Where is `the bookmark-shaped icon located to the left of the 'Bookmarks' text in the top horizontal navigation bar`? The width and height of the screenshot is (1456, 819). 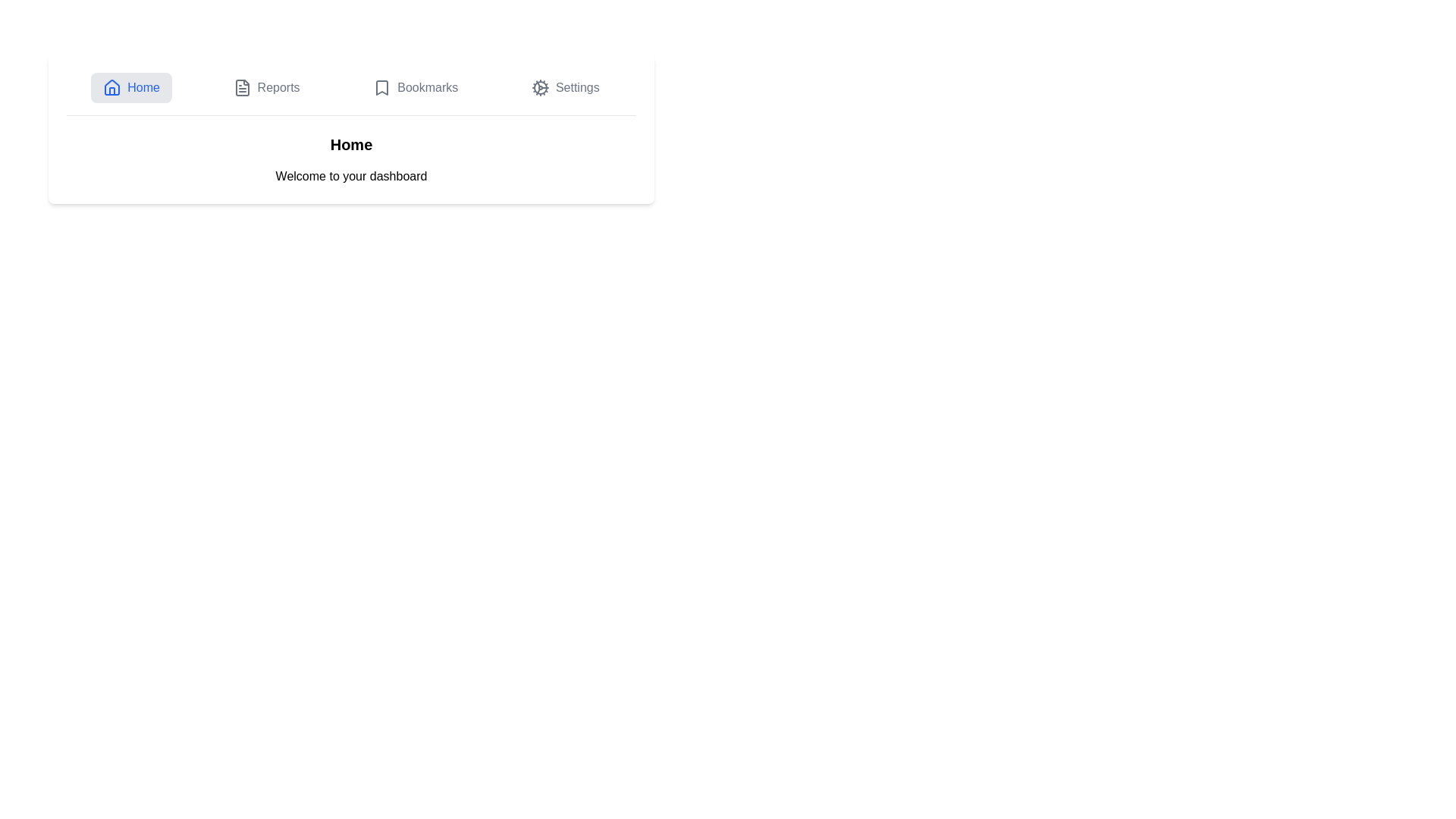
the bookmark-shaped icon located to the left of the 'Bookmarks' text in the top horizontal navigation bar is located at coordinates (382, 87).